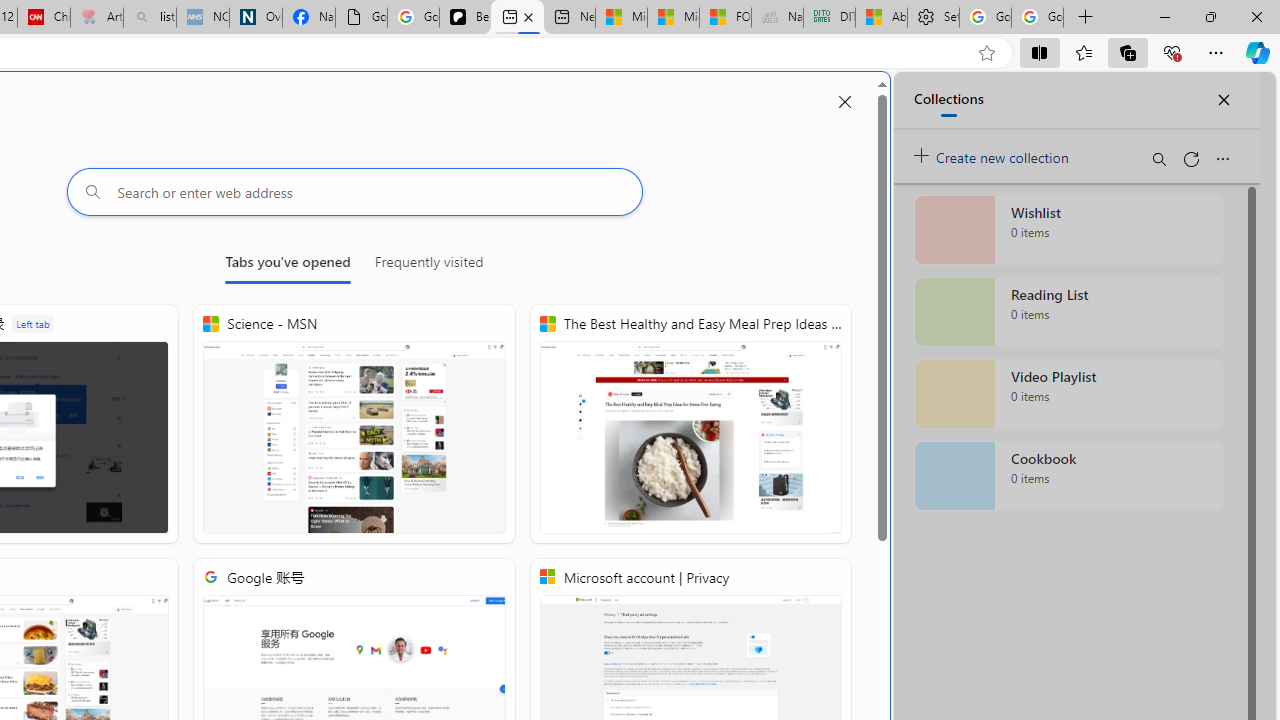 The image size is (1280, 720). What do you see at coordinates (287, 265) in the screenshot?
I see `'Tabs you'` at bounding box center [287, 265].